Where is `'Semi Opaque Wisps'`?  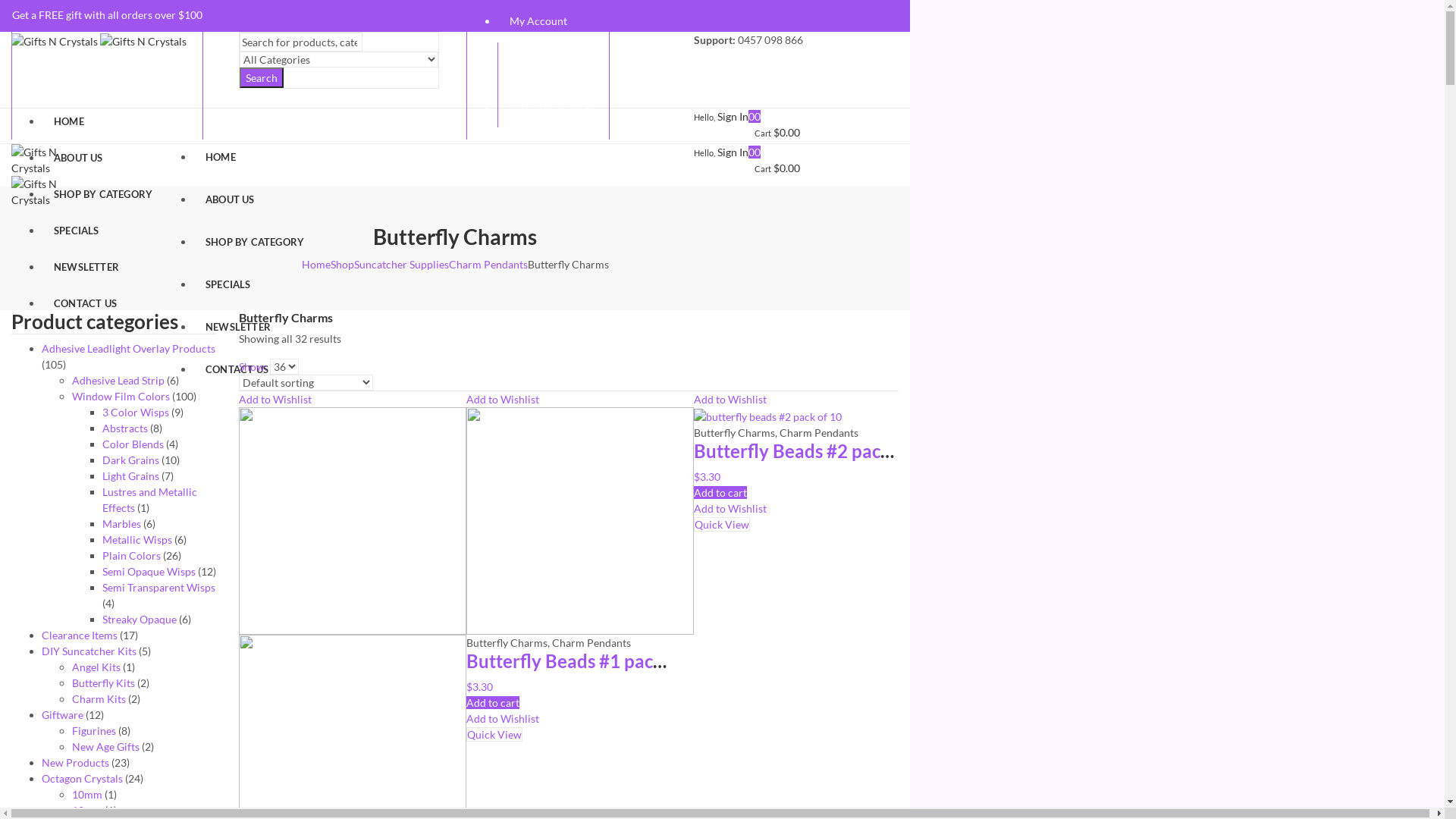 'Semi Opaque Wisps' is located at coordinates (101, 571).